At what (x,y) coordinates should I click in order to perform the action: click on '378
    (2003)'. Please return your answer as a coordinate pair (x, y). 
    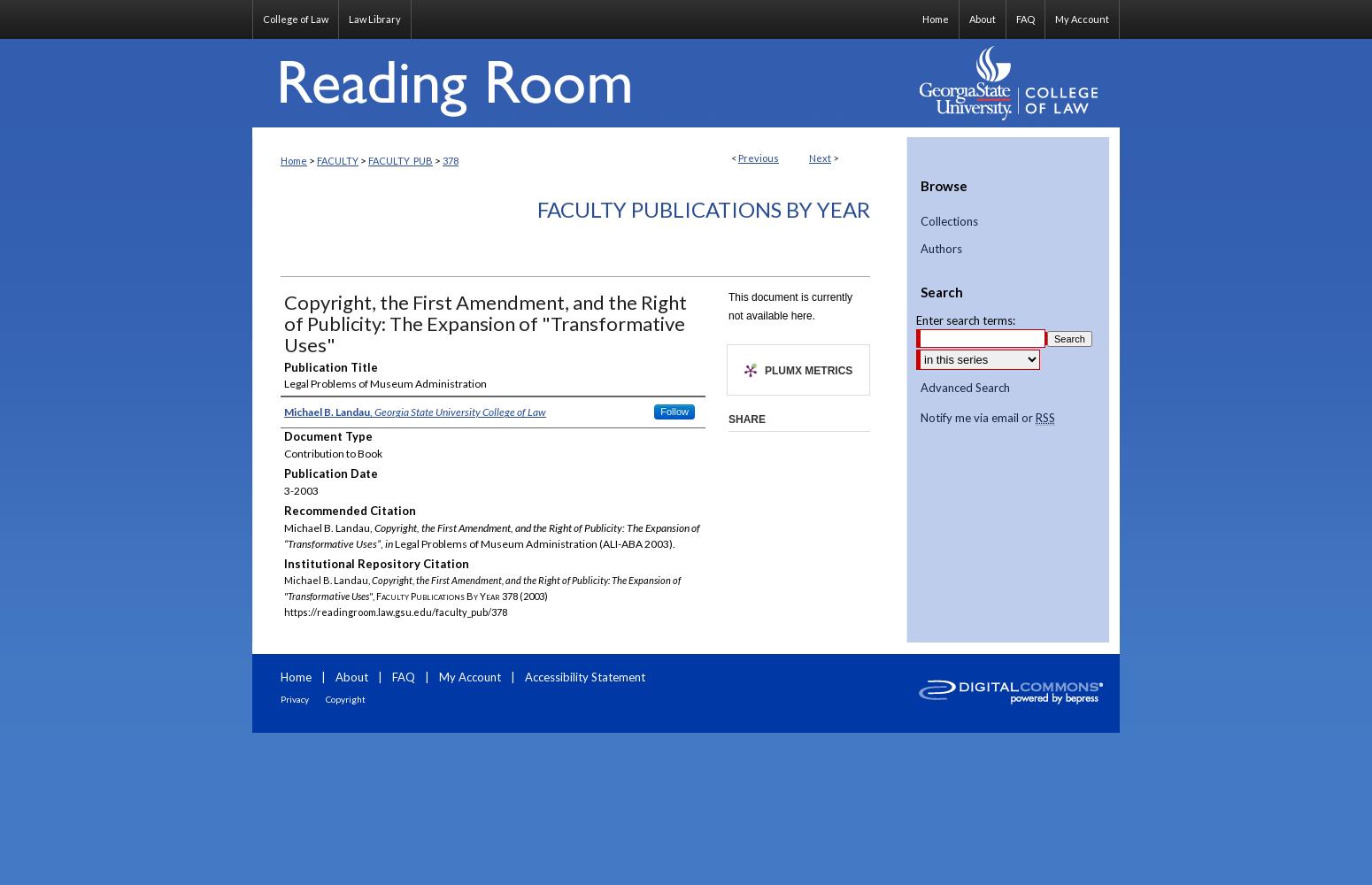
    Looking at the image, I should click on (523, 596).